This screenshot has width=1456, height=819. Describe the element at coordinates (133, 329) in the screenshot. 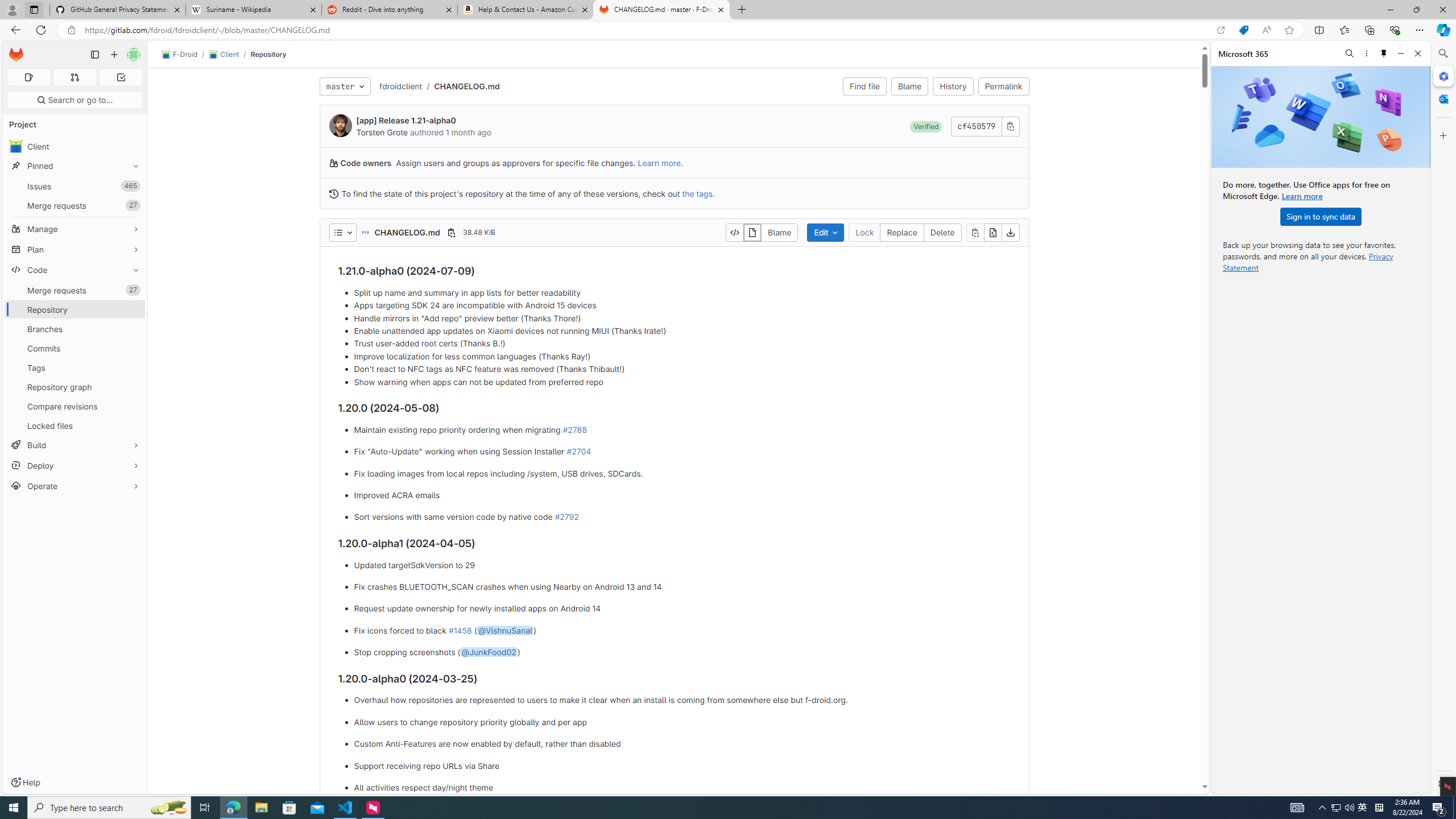

I see `'Pin Branches'` at that location.